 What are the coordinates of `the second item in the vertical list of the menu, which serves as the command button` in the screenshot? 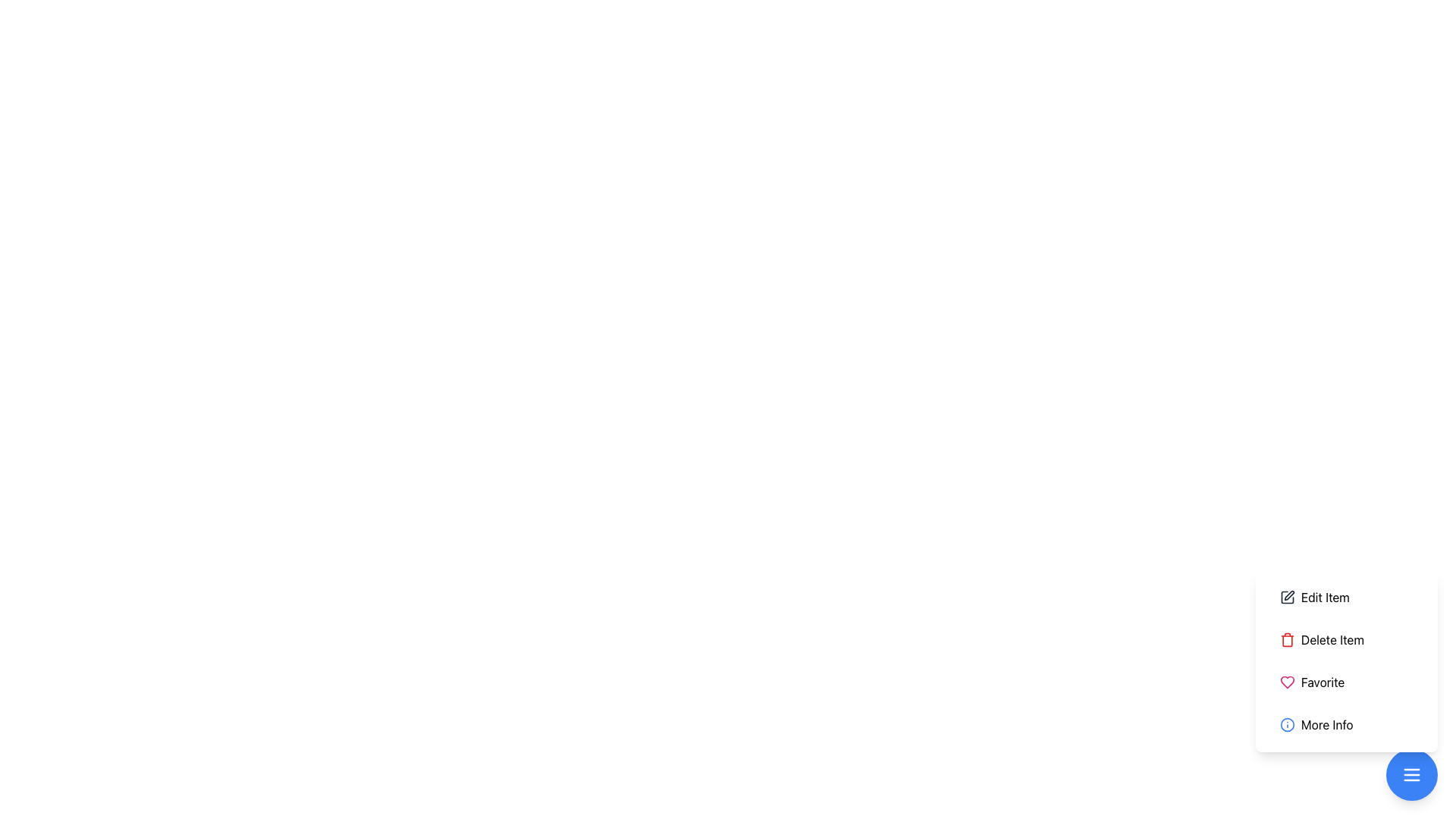 It's located at (1331, 640).